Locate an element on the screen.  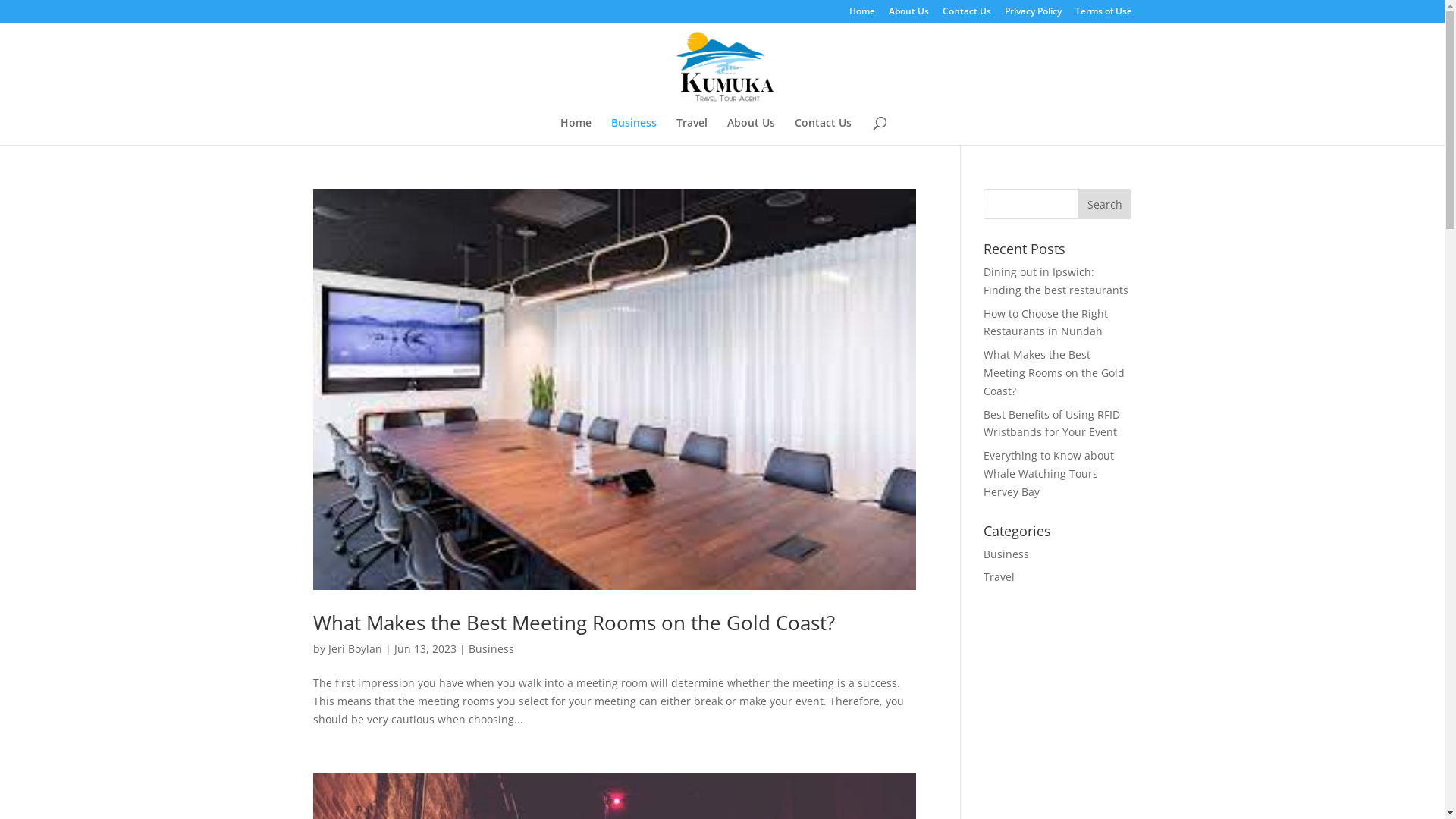
'What Makes the Best Meeting Rooms on the Gold Coast?' is located at coordinates (572, 623).